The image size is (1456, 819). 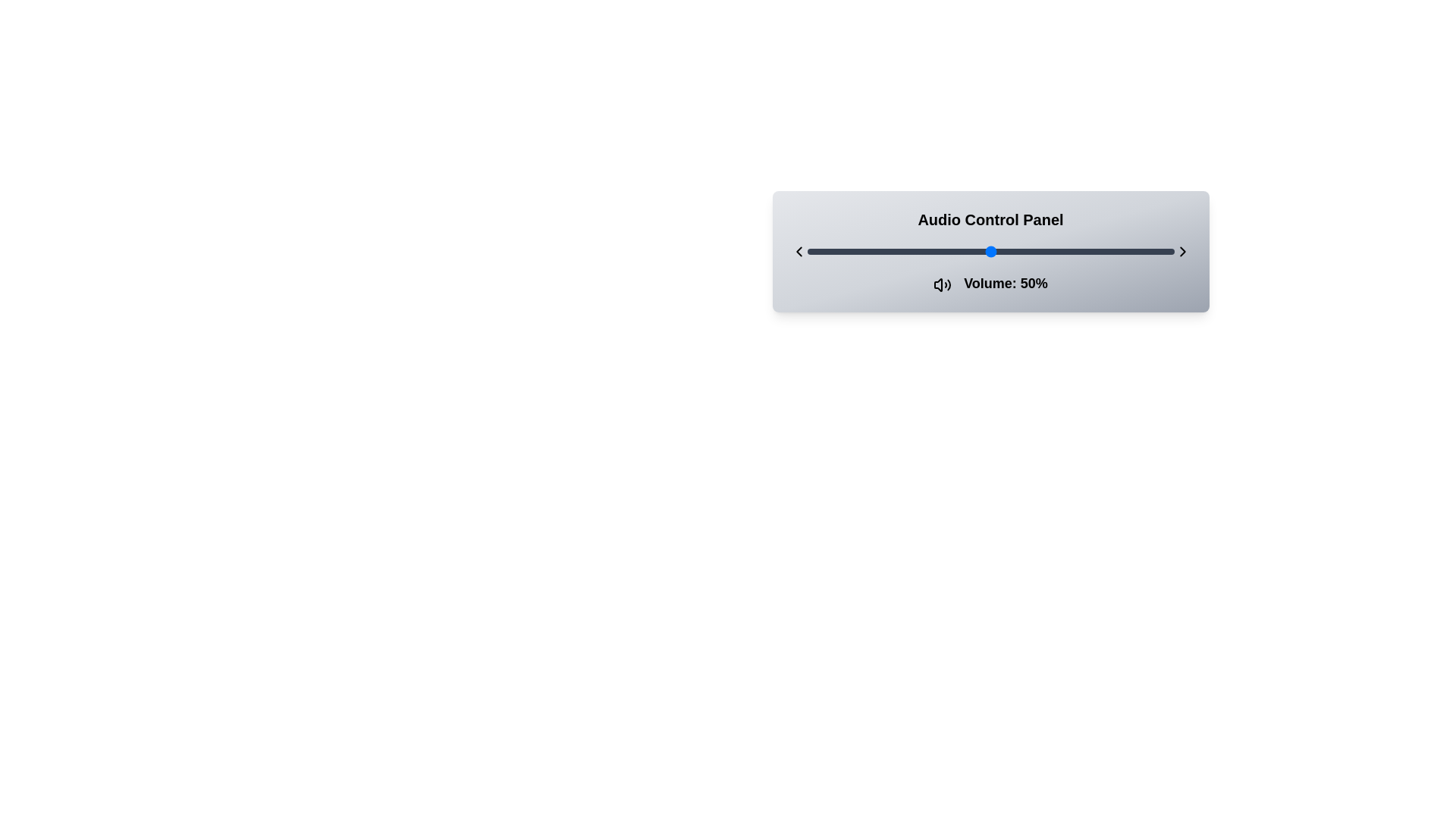 I want to click on the volume level label located at the bottom-center of the Audio Control Panel, which displays the current volume level as a percentage, so click(x=990, y=284).